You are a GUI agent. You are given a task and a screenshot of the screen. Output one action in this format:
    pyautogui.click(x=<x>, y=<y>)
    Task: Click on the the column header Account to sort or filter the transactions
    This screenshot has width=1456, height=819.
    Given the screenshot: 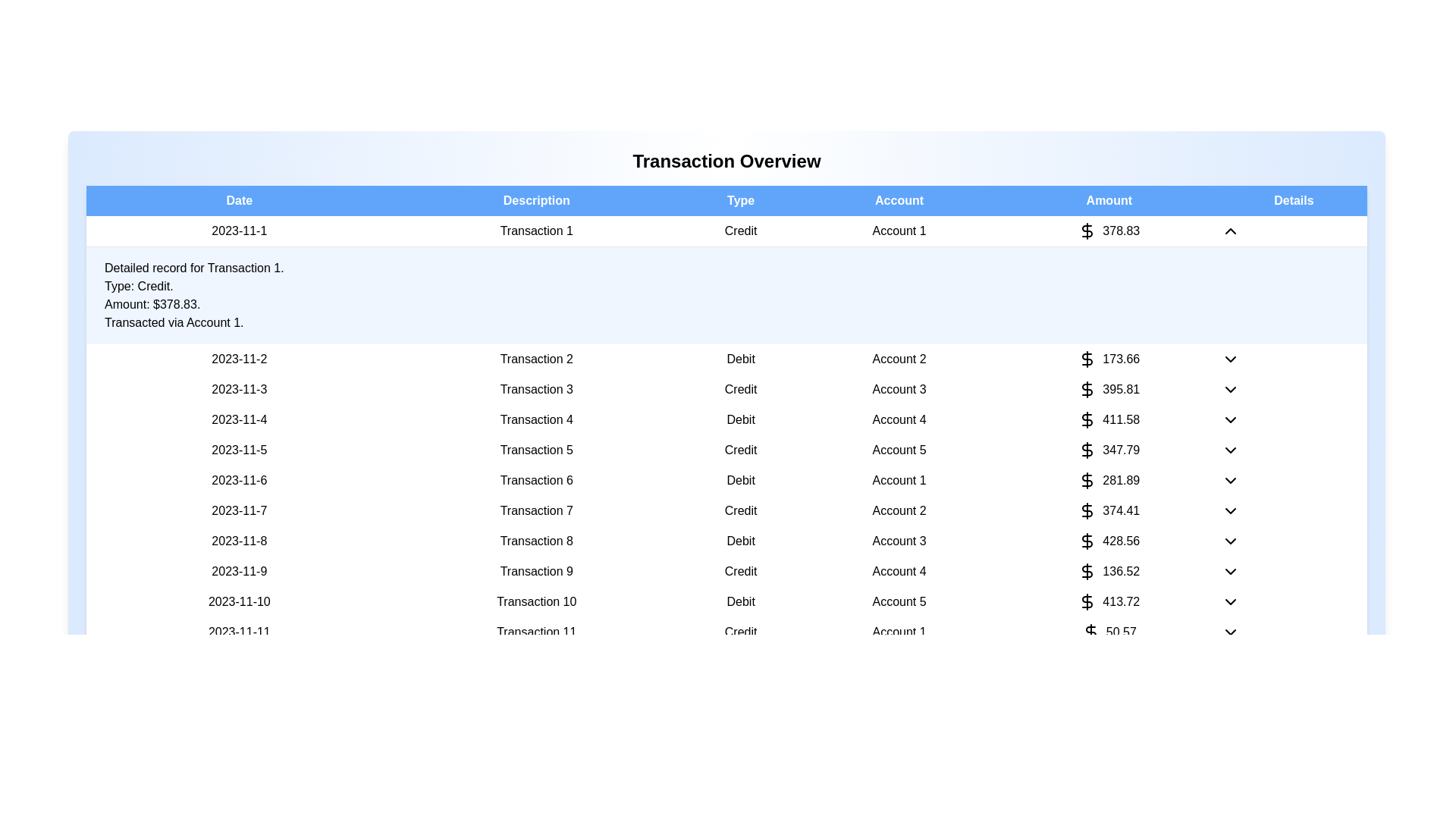 What is the action you would take?
    pyautogui.click(x=899, y=200)
    